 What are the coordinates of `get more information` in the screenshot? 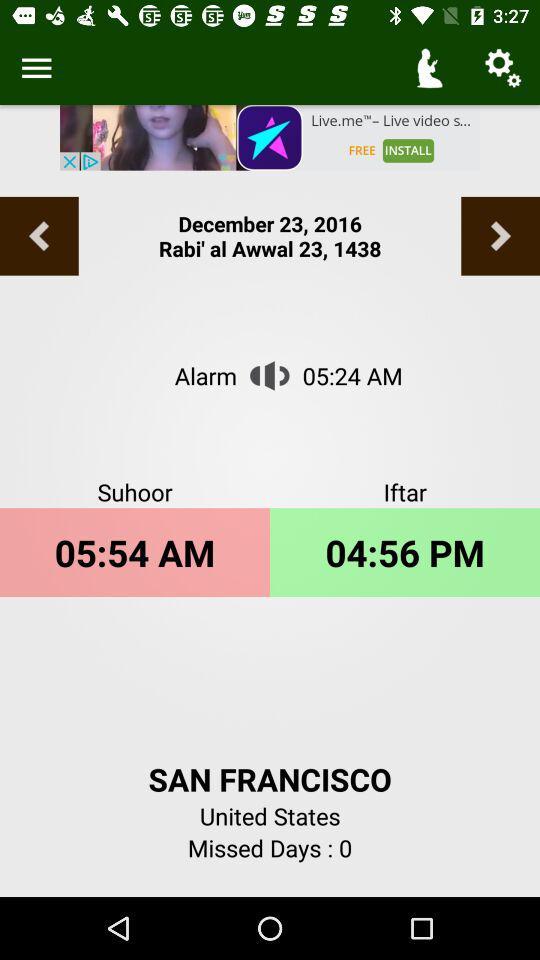 It's located at (36, 68).